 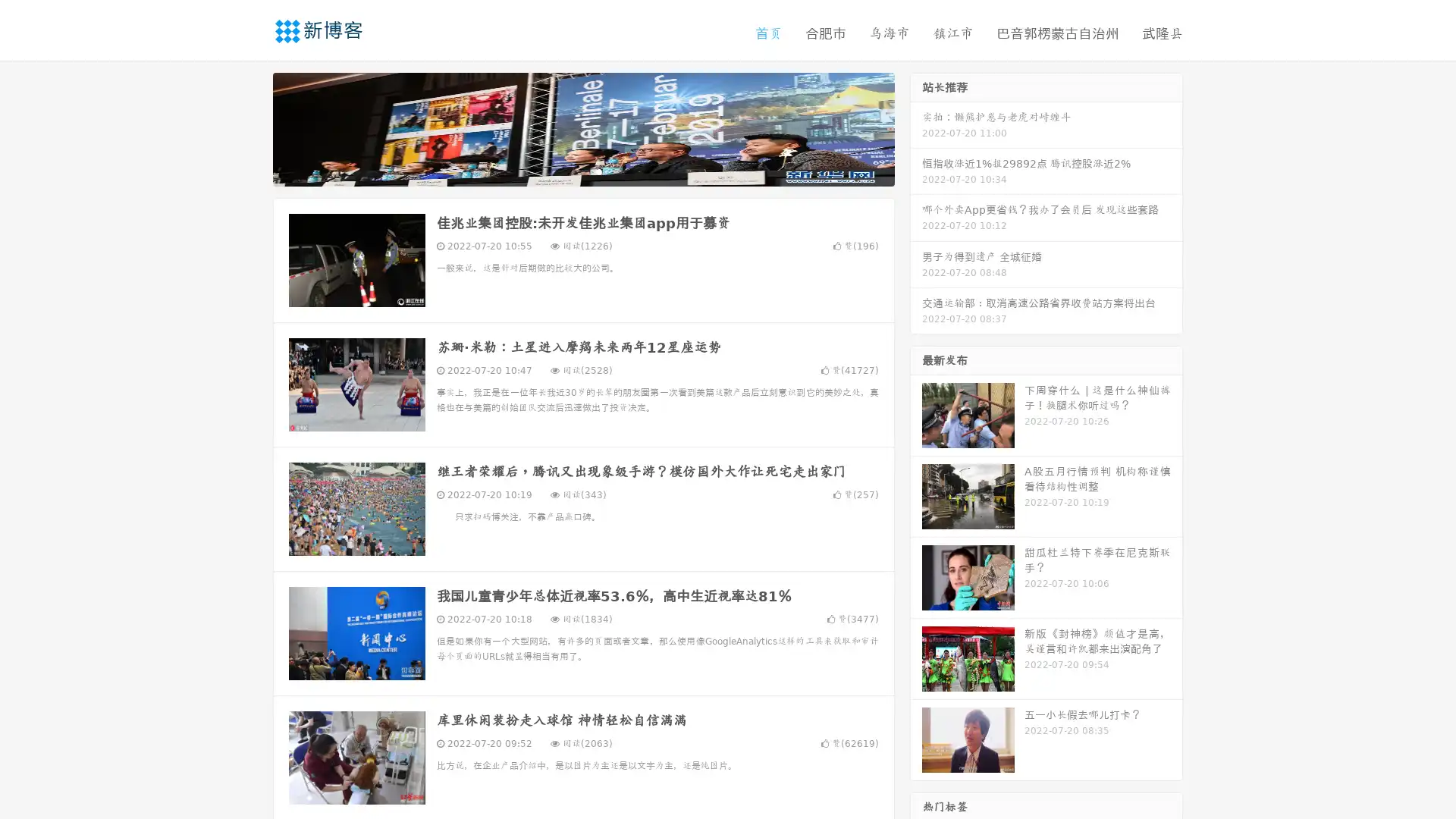 I want to click on Next slide, so click(x=916, y=127).